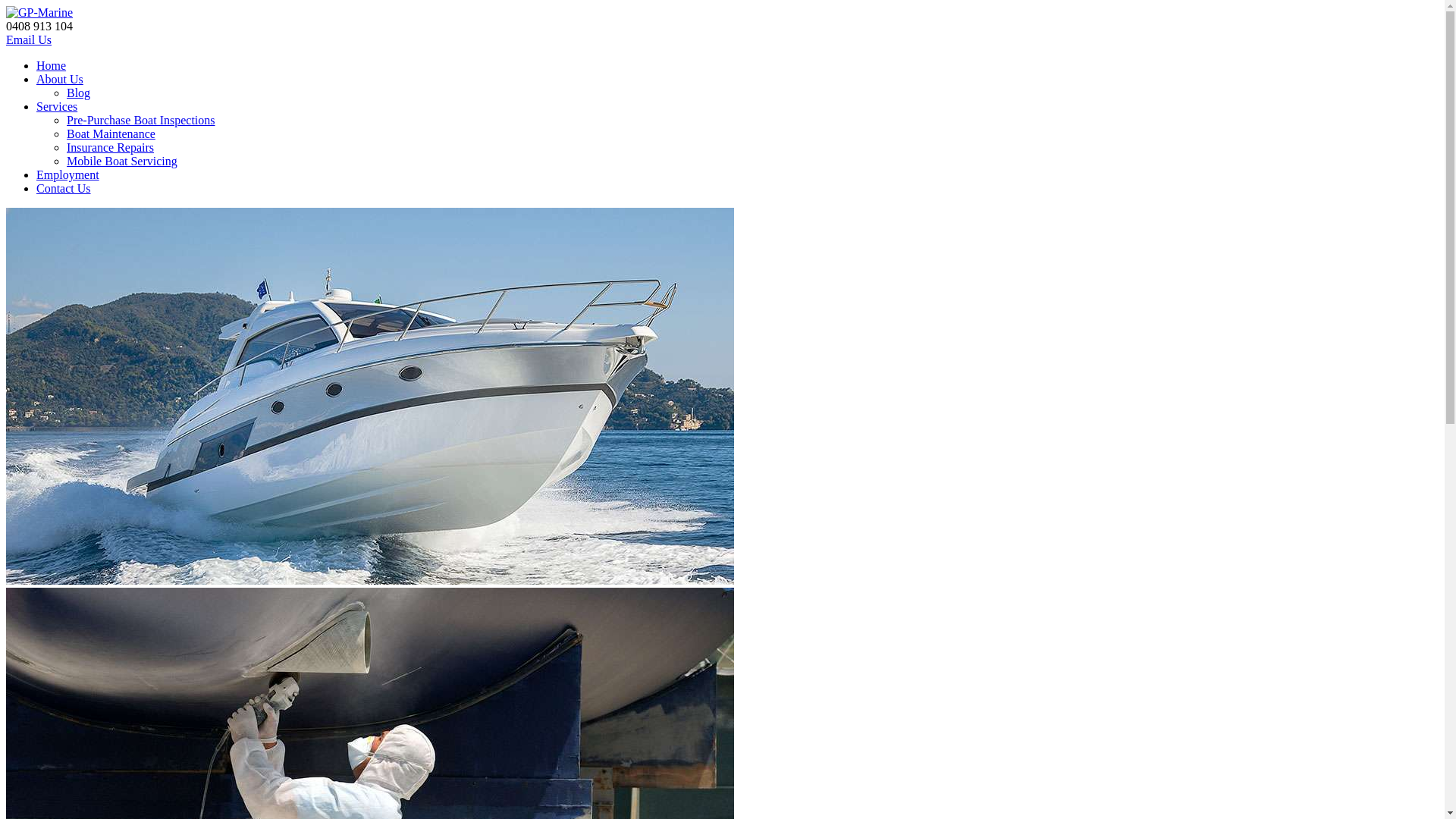 The width and height of the screenshot is (1456, 819). What do you see at coordinates (141, 119) in the screenshot?
I see `'Pre-Purchase Boat Inspections'` at bounding box center [141, 119].